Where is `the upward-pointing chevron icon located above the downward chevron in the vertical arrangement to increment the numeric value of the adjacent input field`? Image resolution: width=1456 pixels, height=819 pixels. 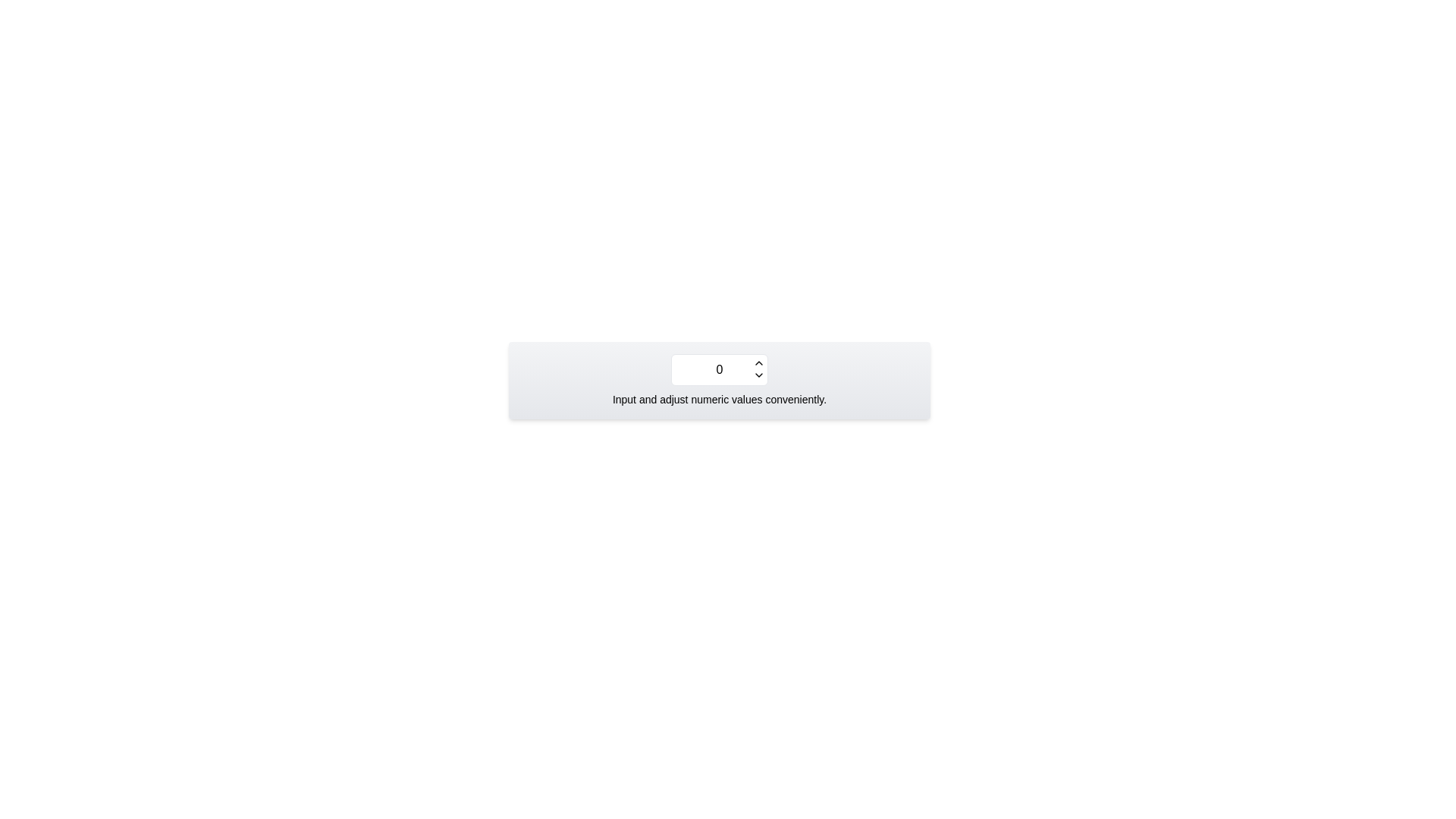
the upward-pointing chevron icon located above the downward chevron in the vertical arrangement to increment the numeric value of the adjacent input field is located at coordinates (759, 362).